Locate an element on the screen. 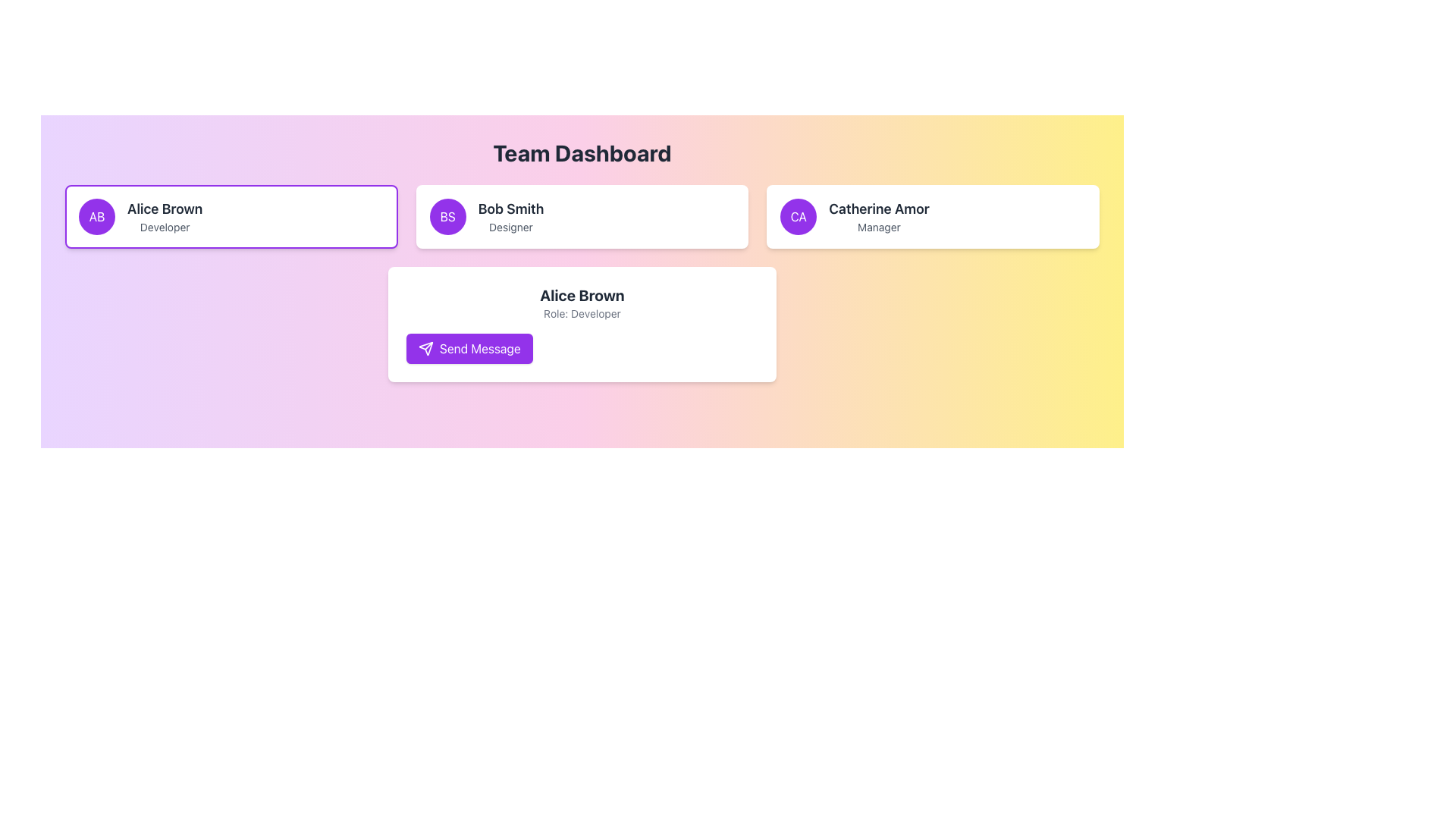 This screenshot has width=1456, height=819. text block containing 'Alice Brown' and 'Developer' located in the leftmost card of the layout, positioned to the right of a purple circle with 'AB' is located at coordinates (165, 216).